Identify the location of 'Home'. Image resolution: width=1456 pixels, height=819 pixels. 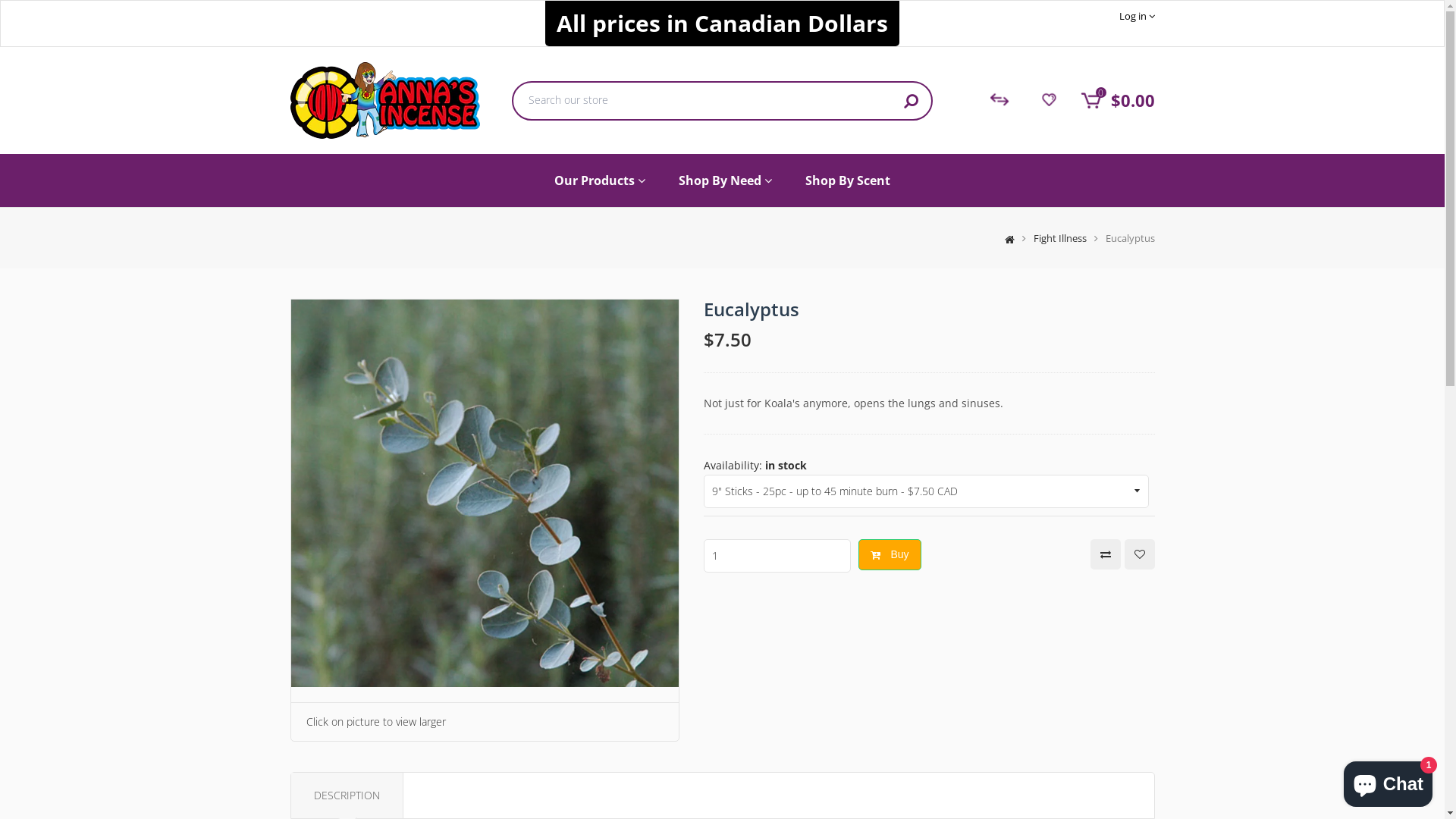
(989, 237).